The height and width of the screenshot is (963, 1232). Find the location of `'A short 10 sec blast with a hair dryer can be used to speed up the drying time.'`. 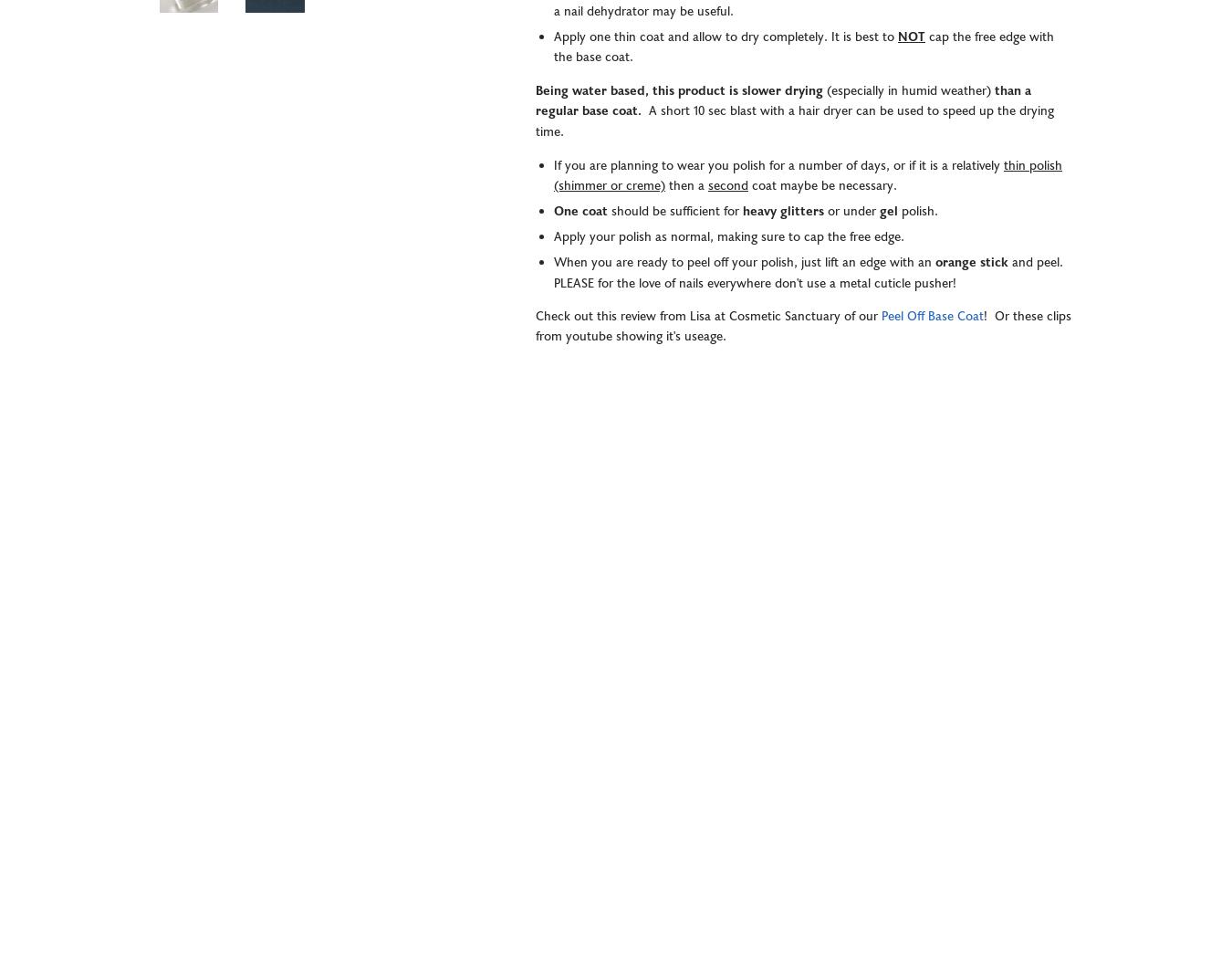

'A short 10 sec blast with a hair dryer can be used to speed up the drying time.' is located at coordinates (795, 121).